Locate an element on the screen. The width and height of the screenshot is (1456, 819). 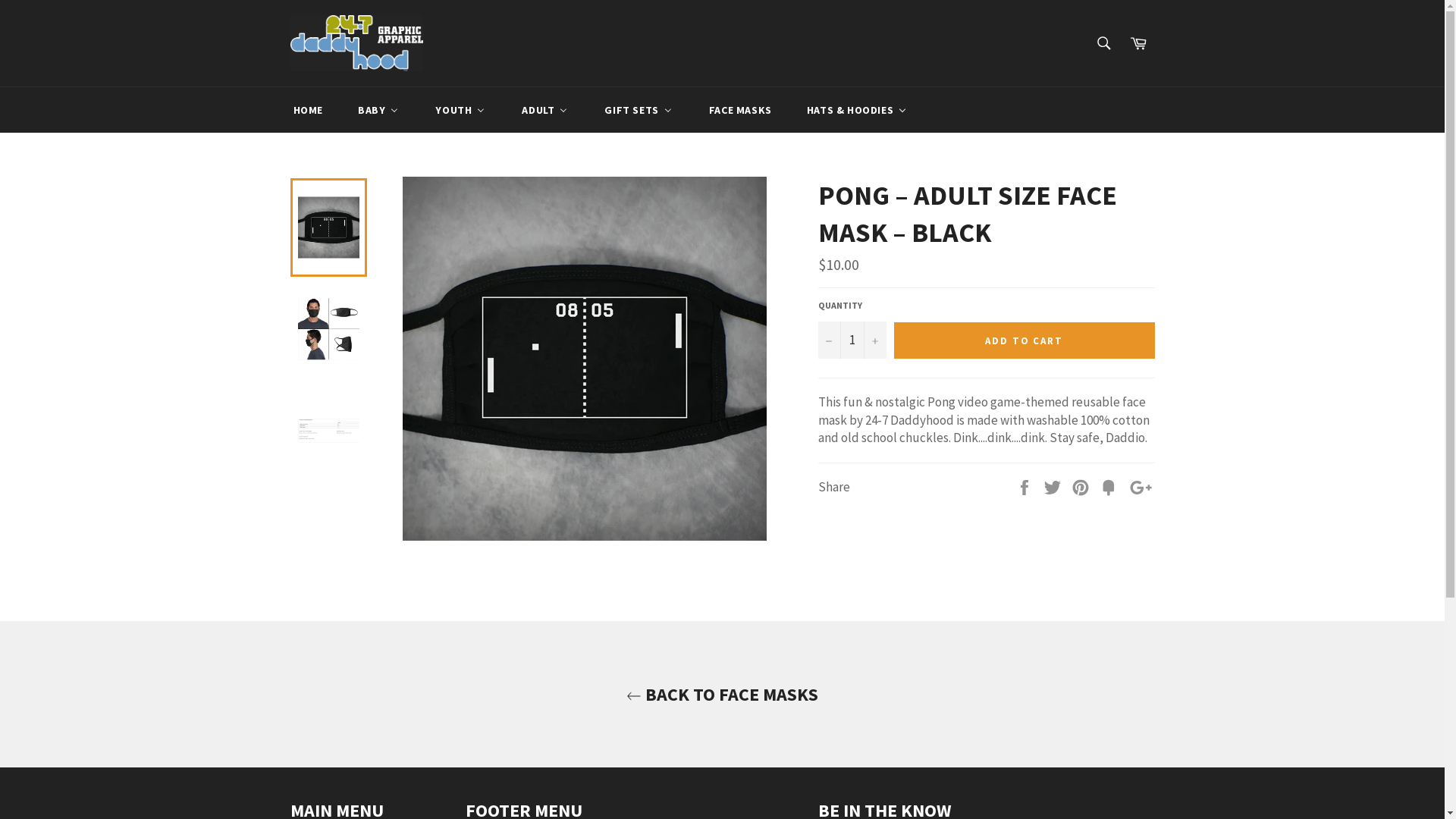
'HATS & HOODIES' is located at coordinates (856, 109).